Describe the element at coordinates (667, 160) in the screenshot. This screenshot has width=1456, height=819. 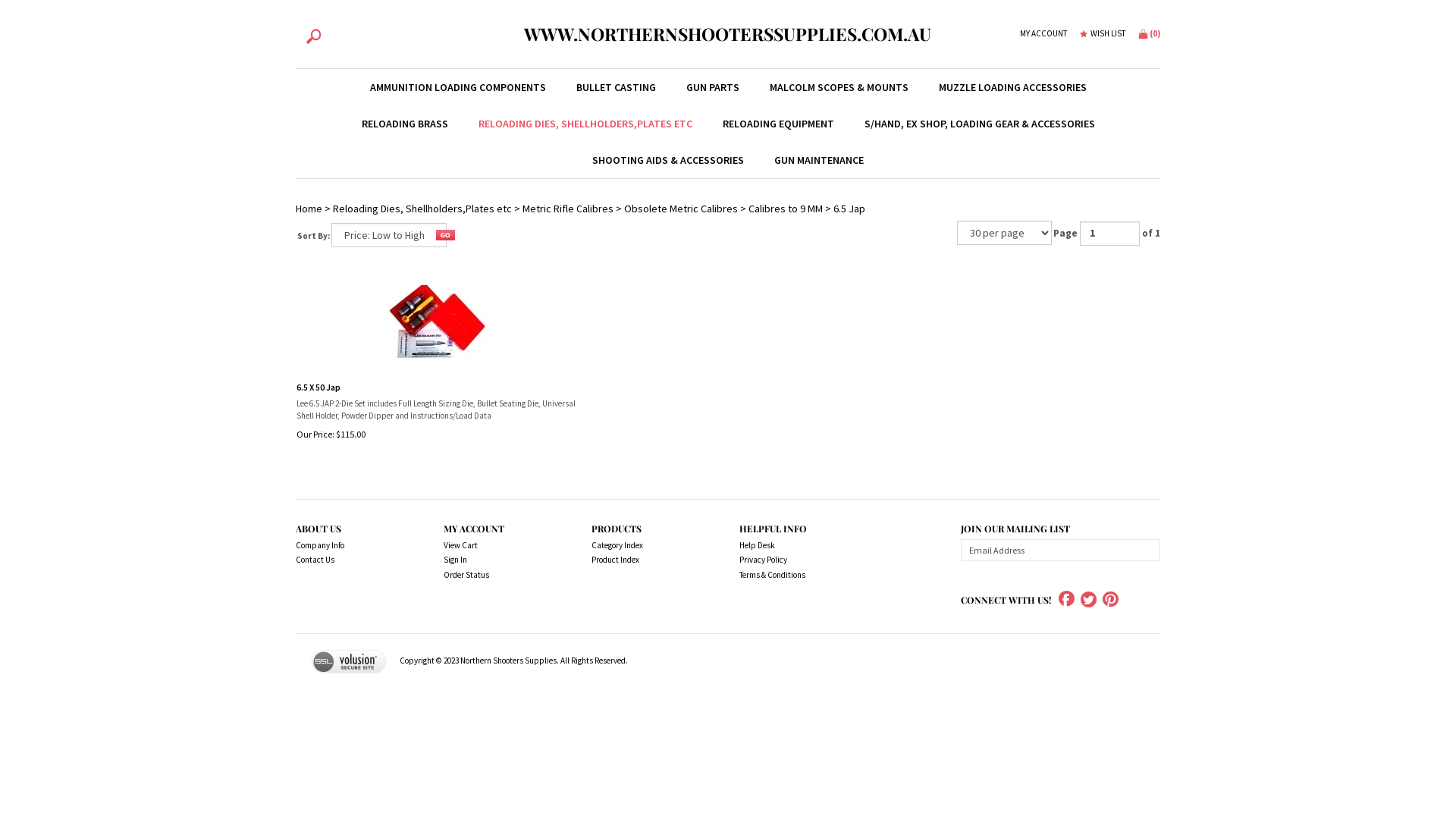
I see `'SHOOTING AIDS & ACCESSORIES'` at that location.